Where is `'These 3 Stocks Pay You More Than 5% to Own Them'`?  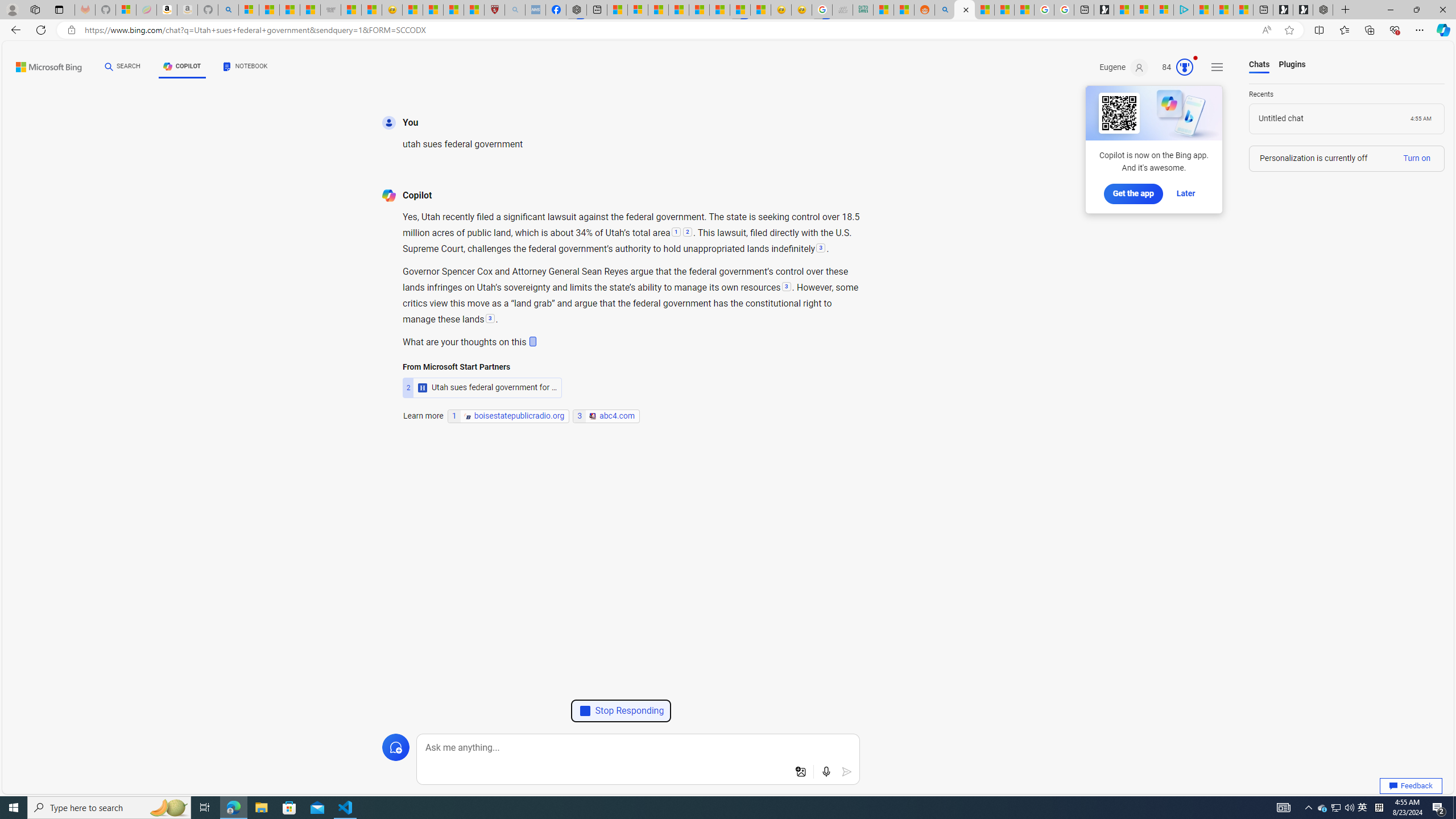 'These 3 Stocks Pay You More Than 5% to Own Them' is located at coordinates (1243, 9).